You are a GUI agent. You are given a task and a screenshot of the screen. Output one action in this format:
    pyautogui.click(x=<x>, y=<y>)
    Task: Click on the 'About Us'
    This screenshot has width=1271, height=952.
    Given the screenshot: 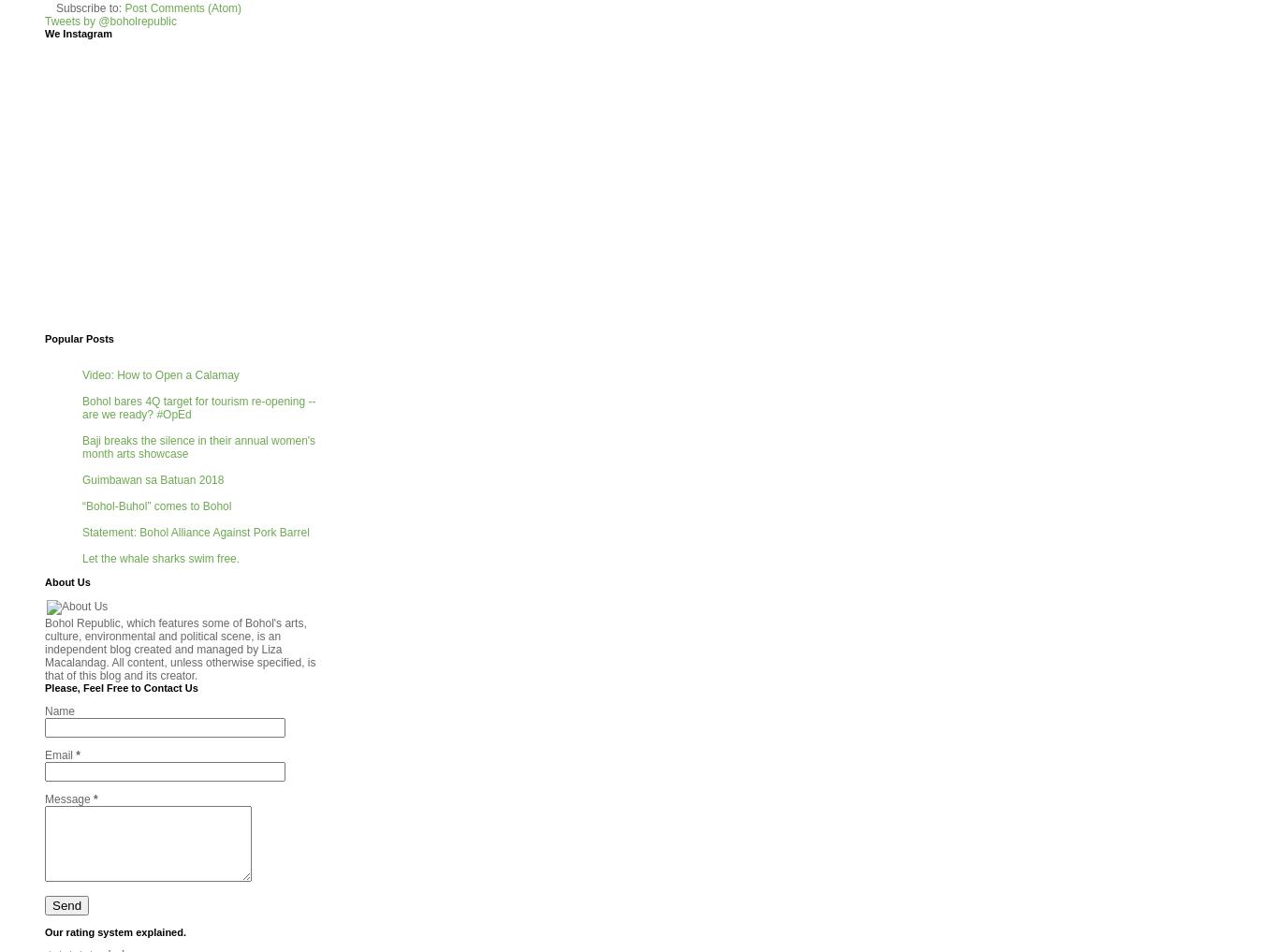 What is the action you would take?
    pyautogui.click(x=66, y=580)
    